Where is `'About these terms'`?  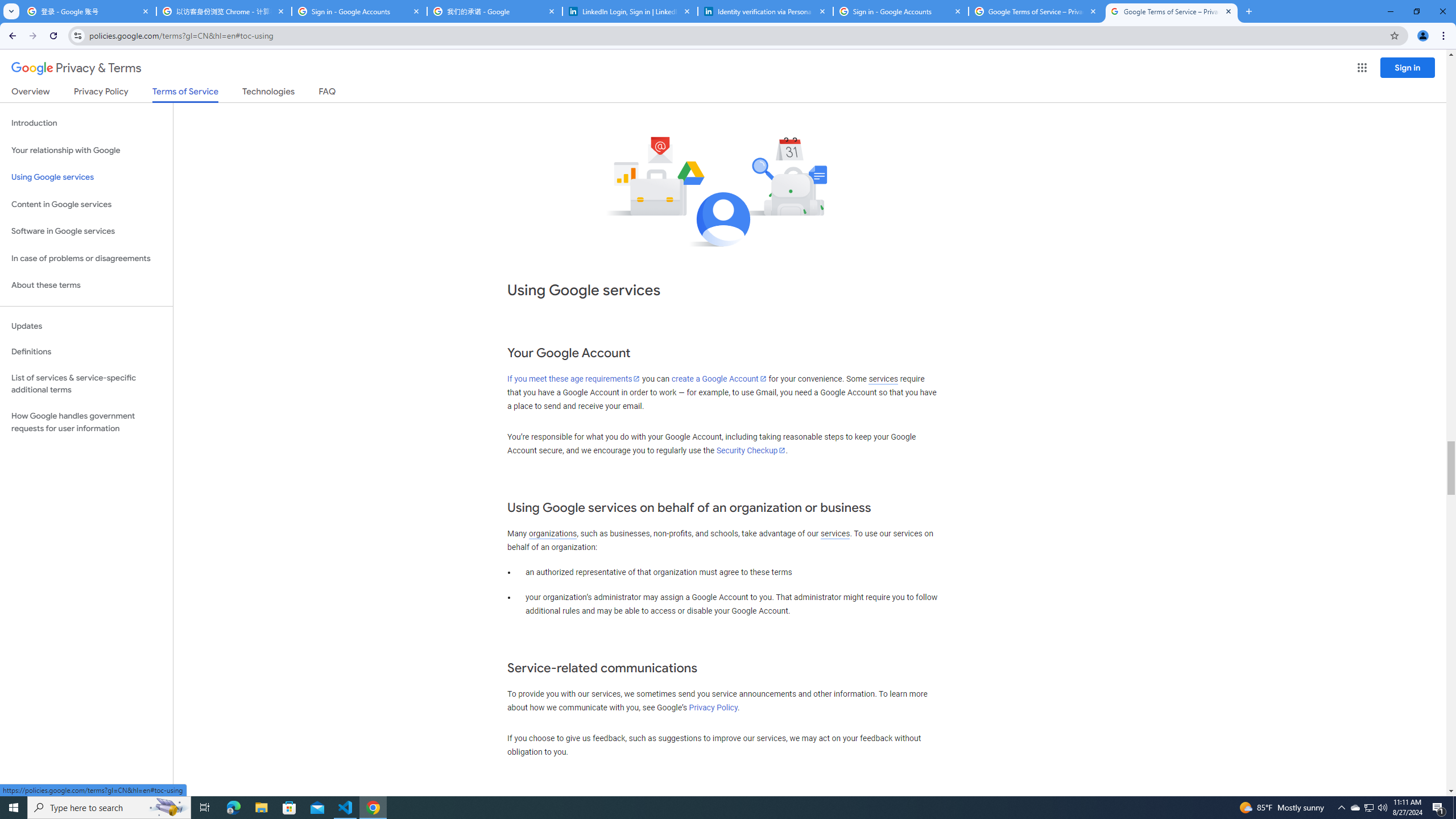
'About these terms' is located at coordinates (86, 285).